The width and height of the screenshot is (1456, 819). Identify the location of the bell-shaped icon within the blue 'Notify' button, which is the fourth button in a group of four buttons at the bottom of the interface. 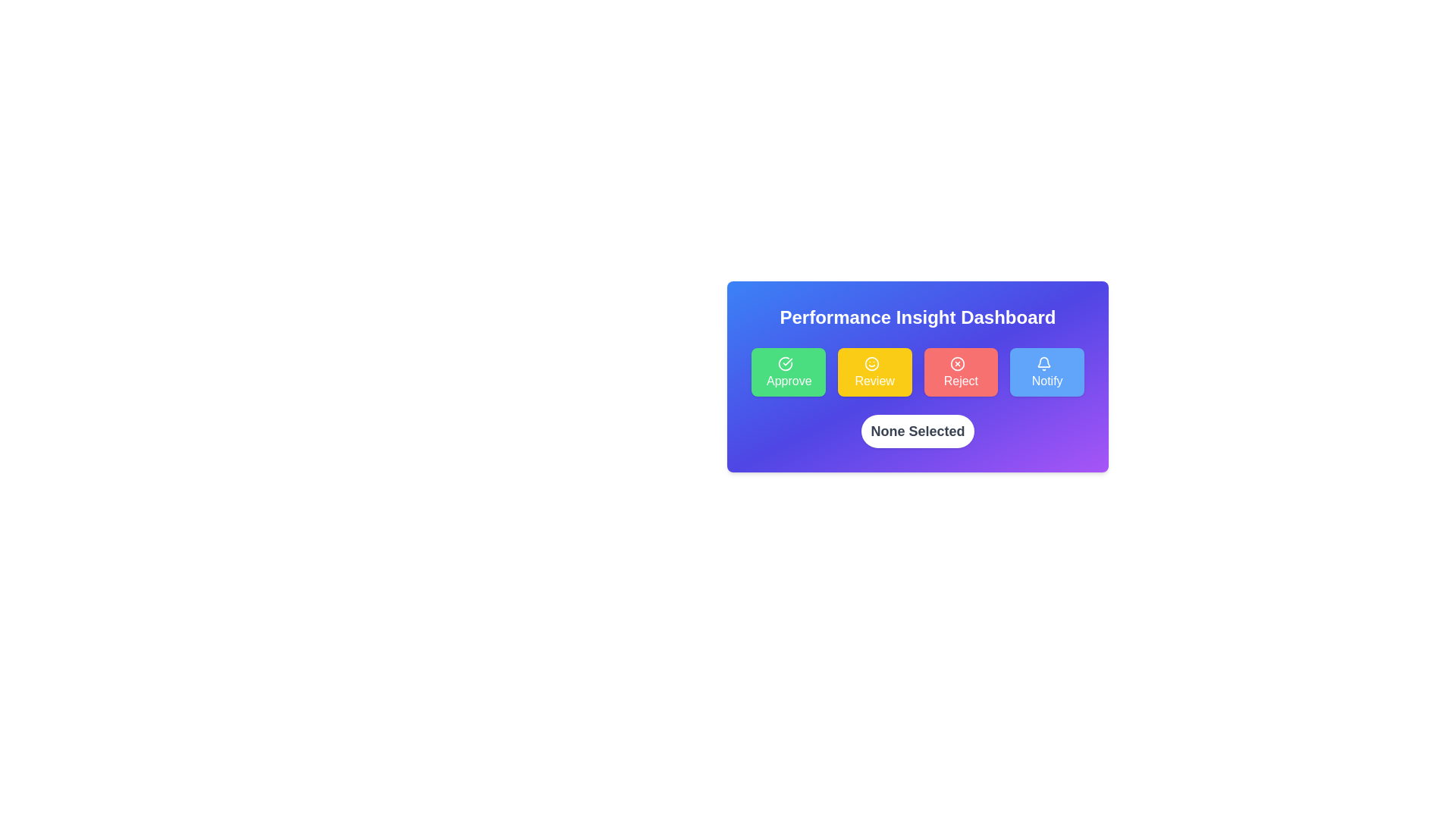
(1043, 363).